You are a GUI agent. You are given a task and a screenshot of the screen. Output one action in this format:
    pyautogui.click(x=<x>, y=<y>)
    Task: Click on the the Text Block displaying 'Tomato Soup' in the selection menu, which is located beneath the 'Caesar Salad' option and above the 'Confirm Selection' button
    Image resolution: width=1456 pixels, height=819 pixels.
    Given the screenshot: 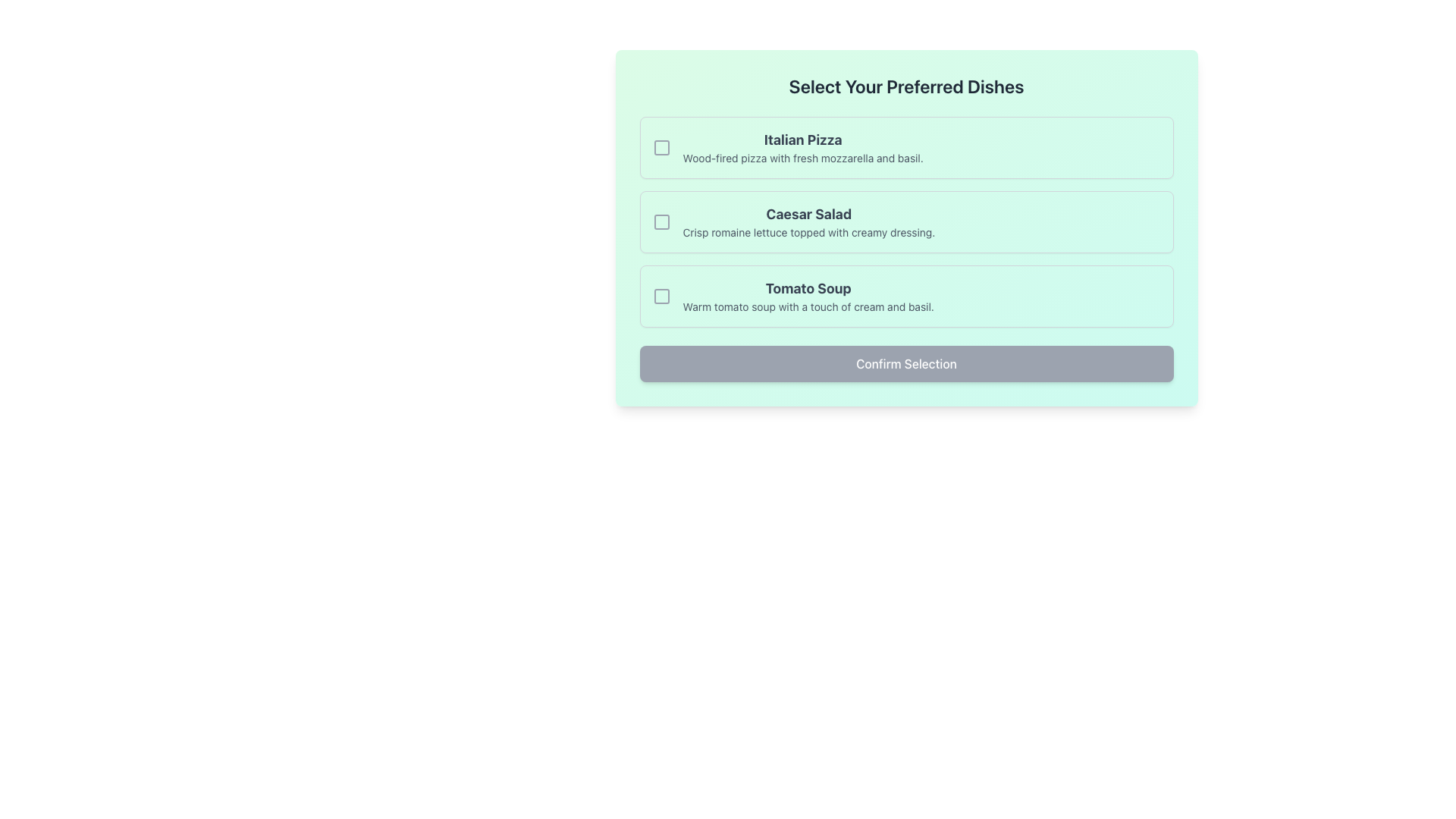 What is the action you would take?
    pyautogui.click(x=808, y=296)
    